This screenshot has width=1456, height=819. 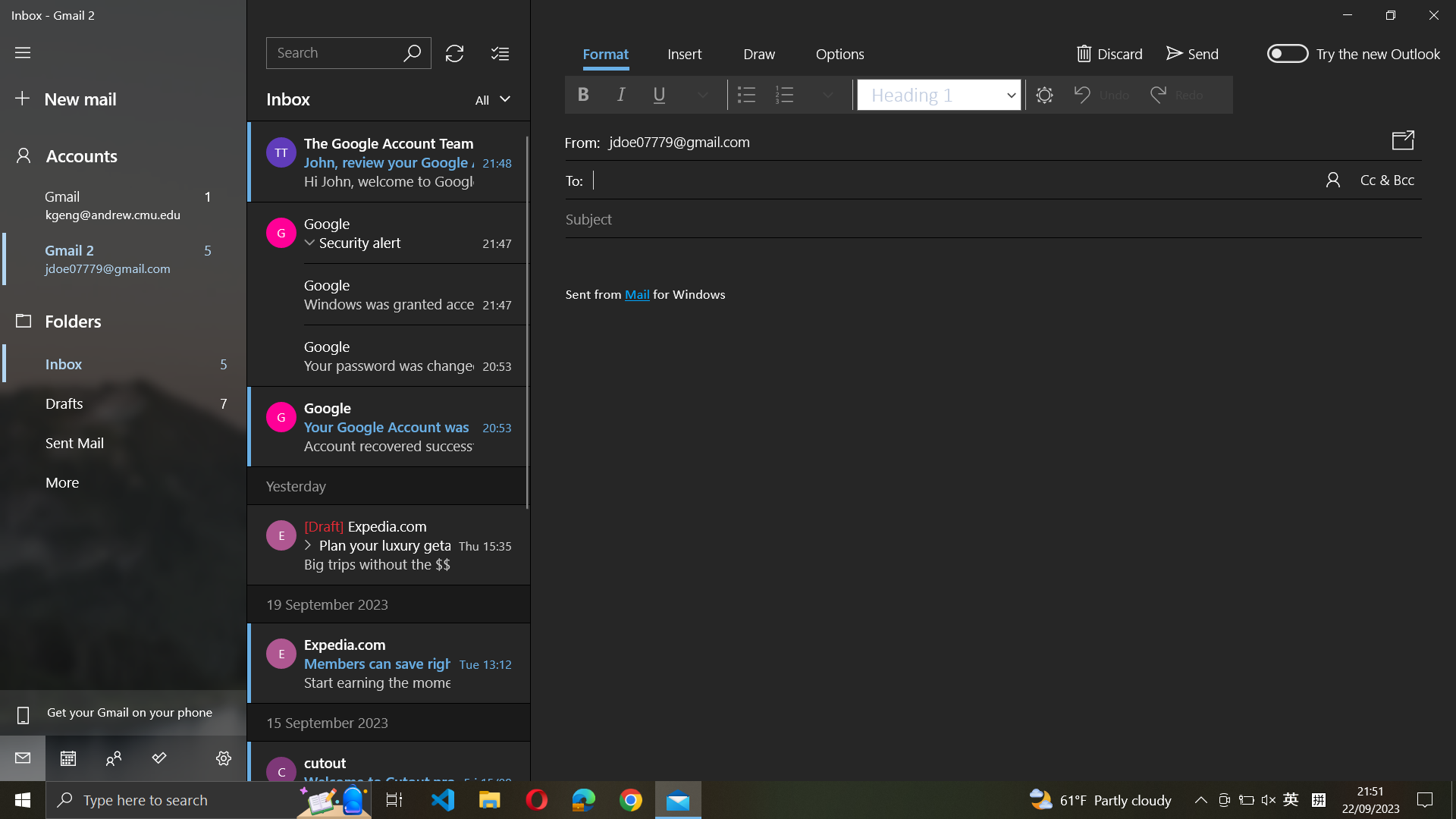 What do you see at coordinates (839, 55) in the screenshot?
I see `Navigate and activate the "Mark as Spam" option` at bounding box center [839, 55].